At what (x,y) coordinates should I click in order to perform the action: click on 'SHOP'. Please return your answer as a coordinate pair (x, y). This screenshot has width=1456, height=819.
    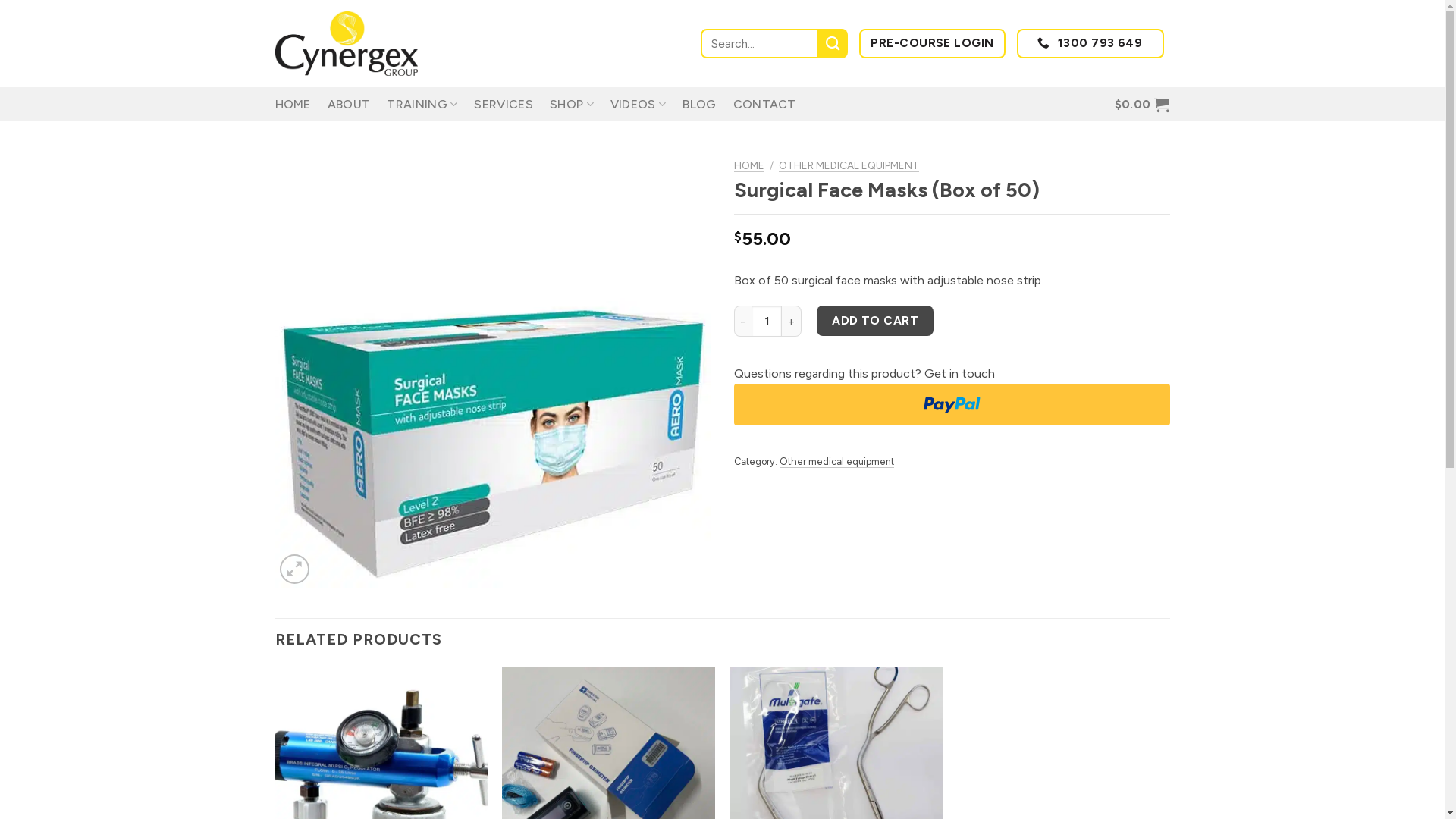
    Looking at the image, I should click on (548, 103).